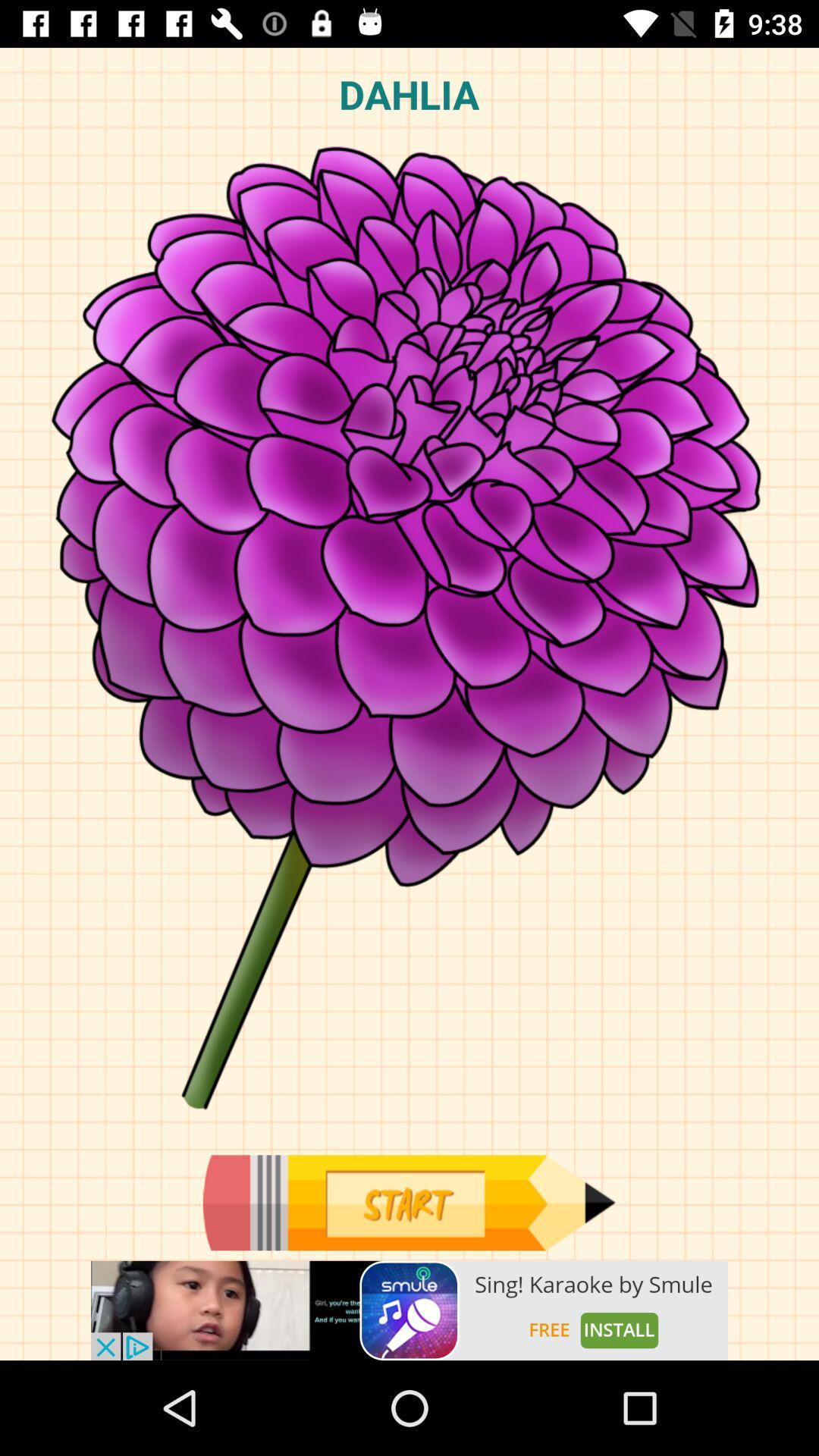 The height and width of the screenshot is (1456, 819). Describe the element at coordinates (408, 1202) in the screenshot. I see `start here` at that location.